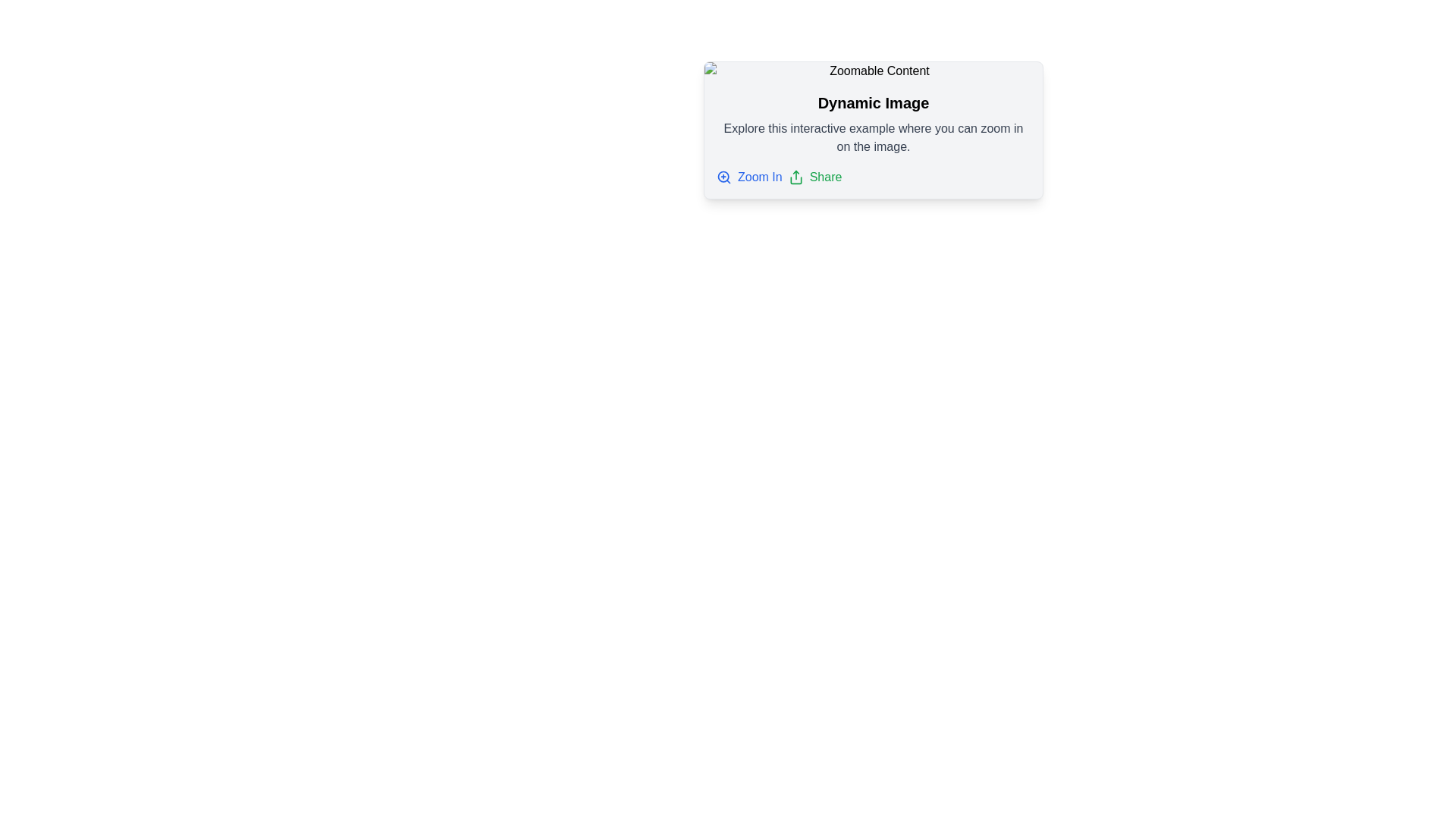  What do you see at coordinates (723, 176) in the screenshot?
I see `the outermost circle of the magnifying glass icon, which is an SVG circle element representing the lens portion and suggests a zoom-in functionality` at bounding box center [723, 176].